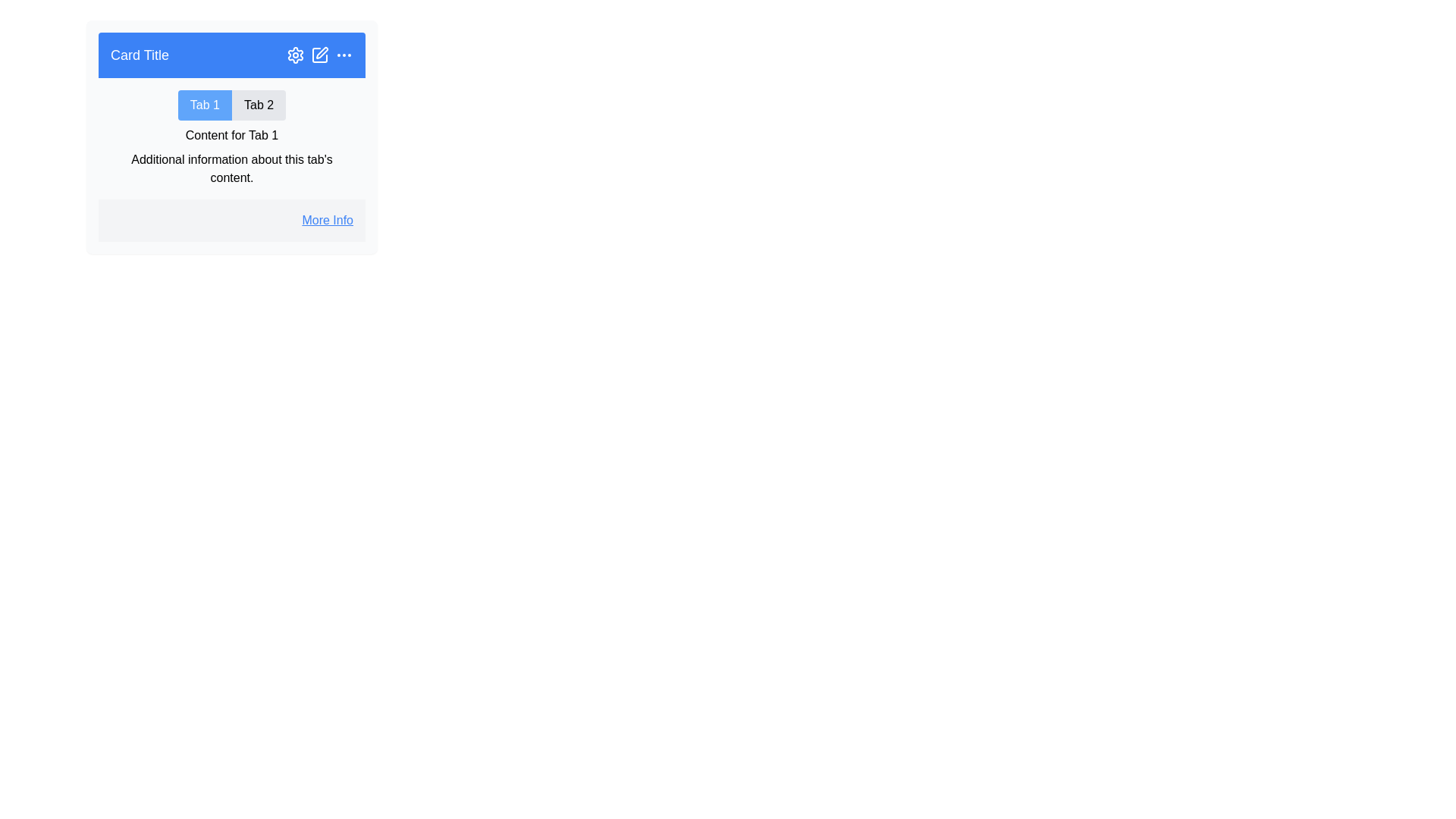  What do you see at coordinates (295, 55) in the screenshot?
I see `the stylized gear icon located in the top-right section of the blue header area` at bounding box center [295, 55].